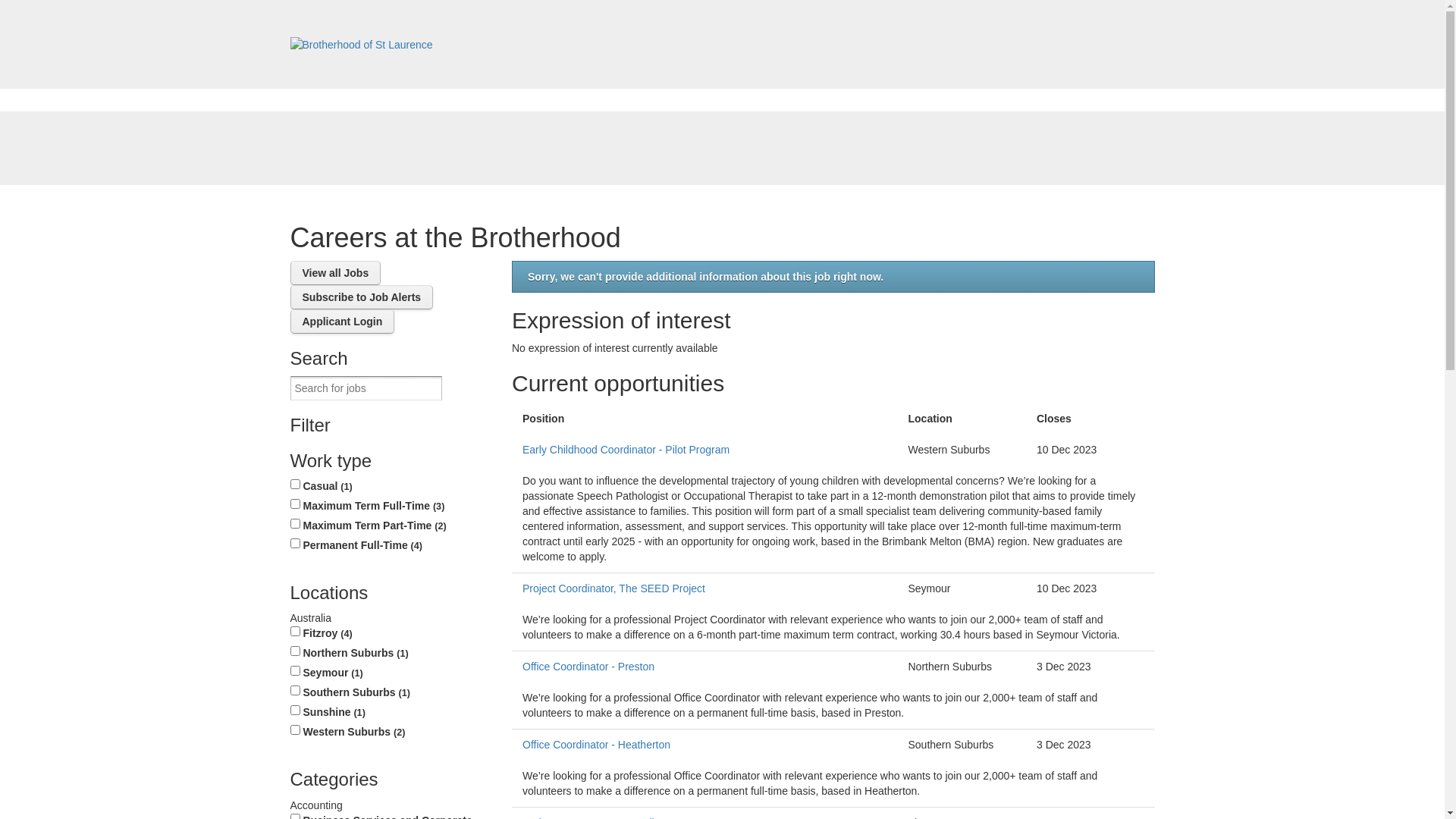 The image size is (1456, 819). Describe the element at coordinates (334, 271) in the screenshot. I see `'View all Jobs'` at that location.